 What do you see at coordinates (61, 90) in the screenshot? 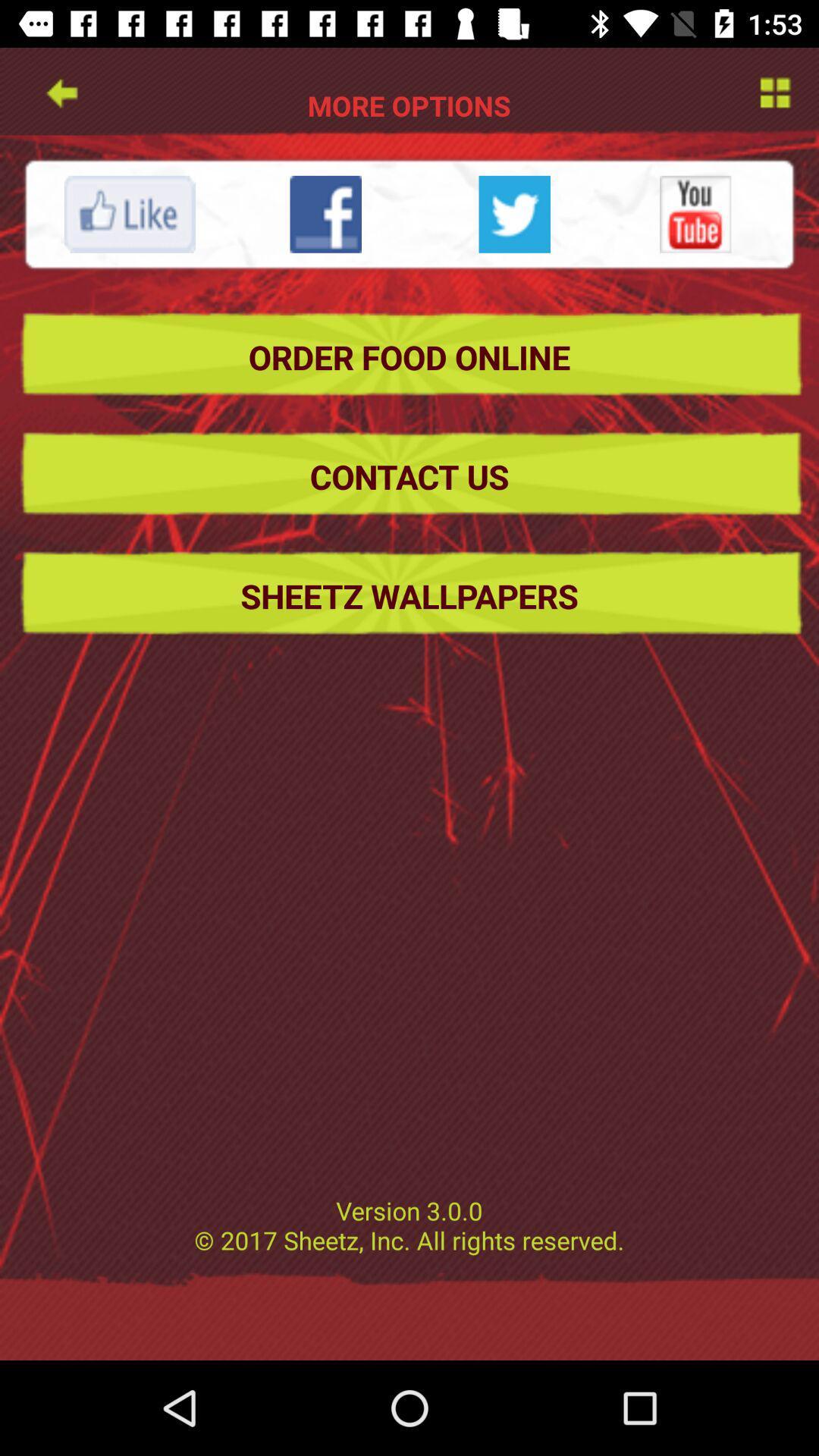
I see `go back` at bounding box center [61, 90].